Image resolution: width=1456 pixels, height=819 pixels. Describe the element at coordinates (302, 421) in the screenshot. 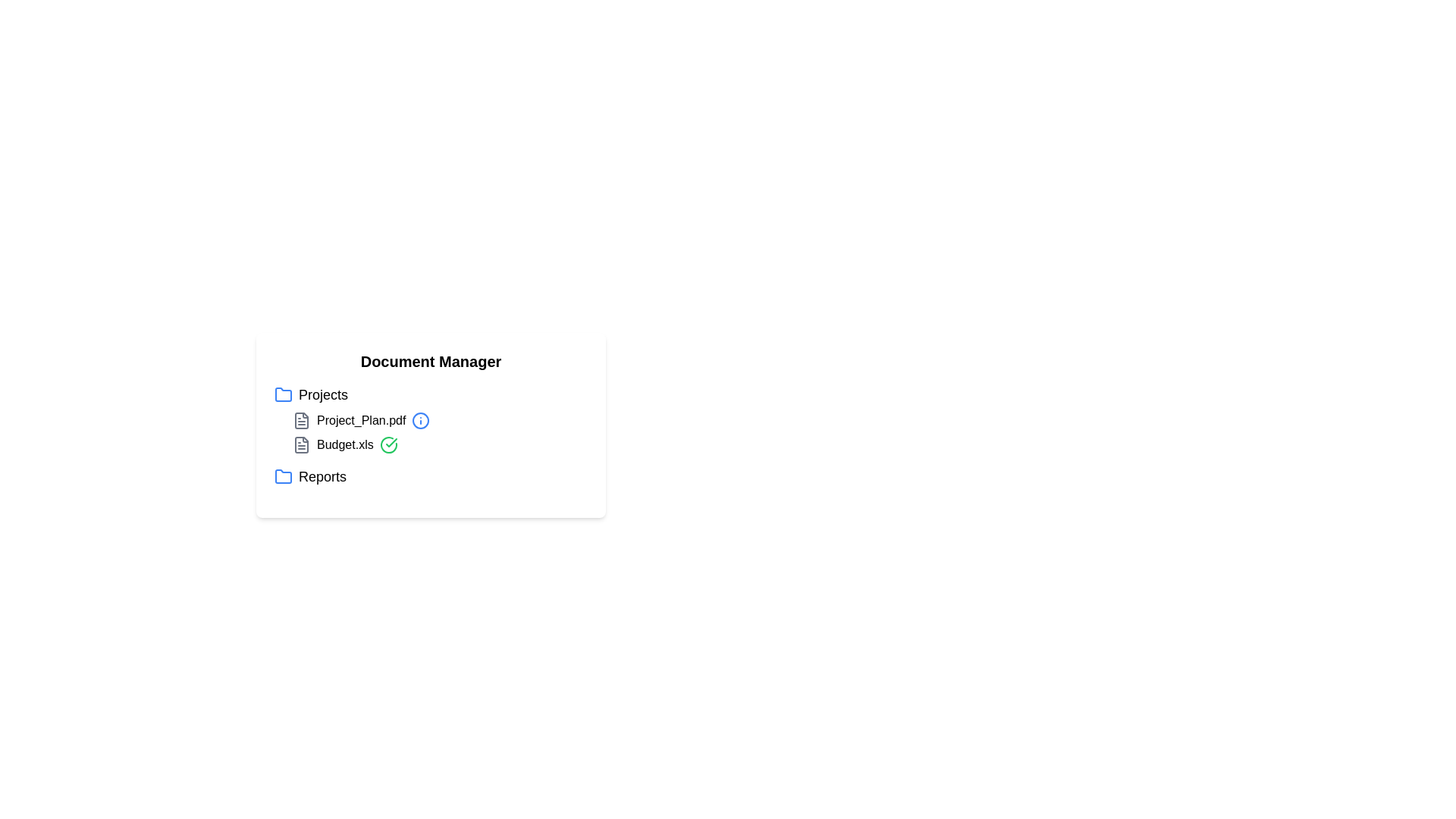

I see `the icon corresponding to Project_Plan.pdf` at that location.